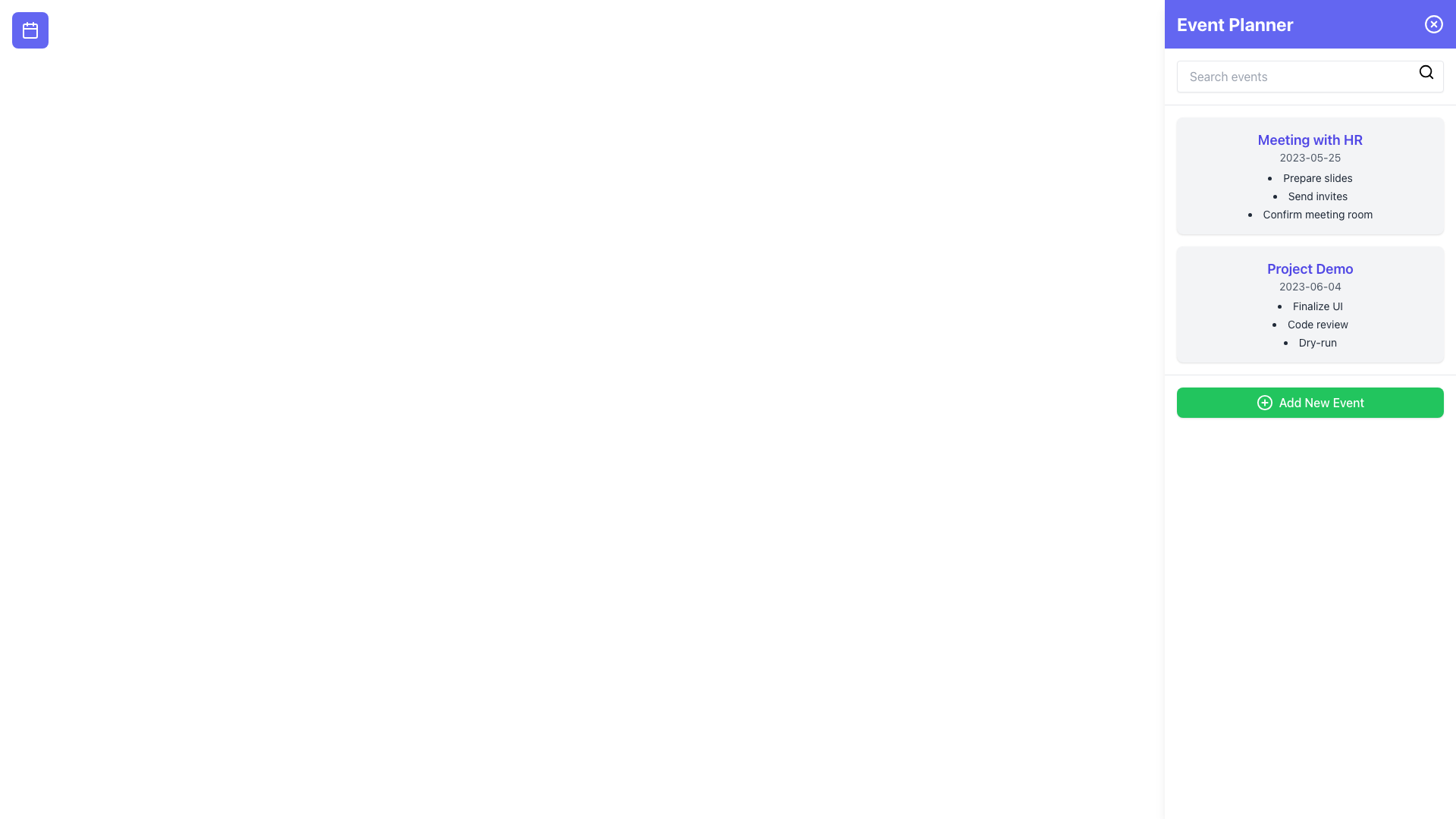  Describe the element at coordinates (1310, 306) in the screenshot. I see `the informational text label specifying a task under the 'Project Demo' heading, located at the top of the list with the date '2023-06-04'` at that location.